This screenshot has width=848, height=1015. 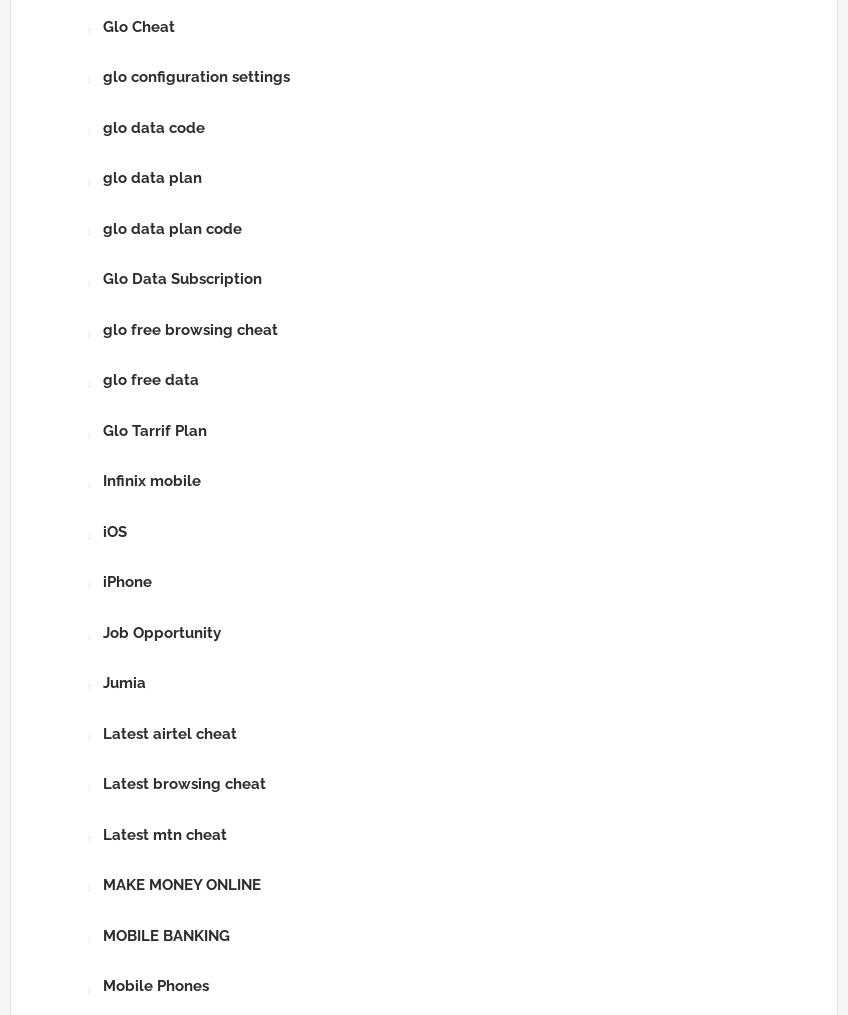 What do you see at coordinates (154, 429) in the screenshot?
I see `'Glo Tarrif Plan'` at bounding box center [154, 429].